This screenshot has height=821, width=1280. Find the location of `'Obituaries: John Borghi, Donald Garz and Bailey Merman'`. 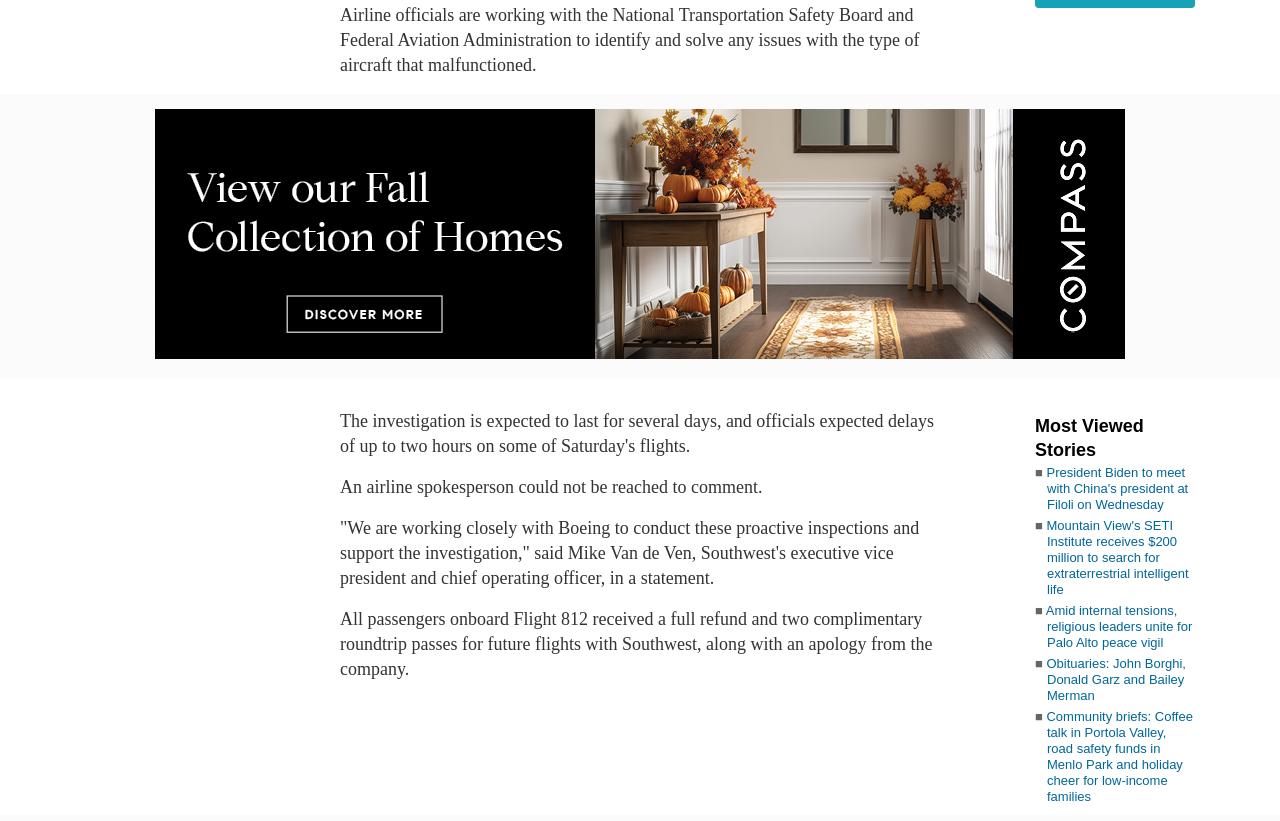

'Obituaries: John Borghi, Donald Garz and Bailey Merman' is located at coordinates (1045, 678).